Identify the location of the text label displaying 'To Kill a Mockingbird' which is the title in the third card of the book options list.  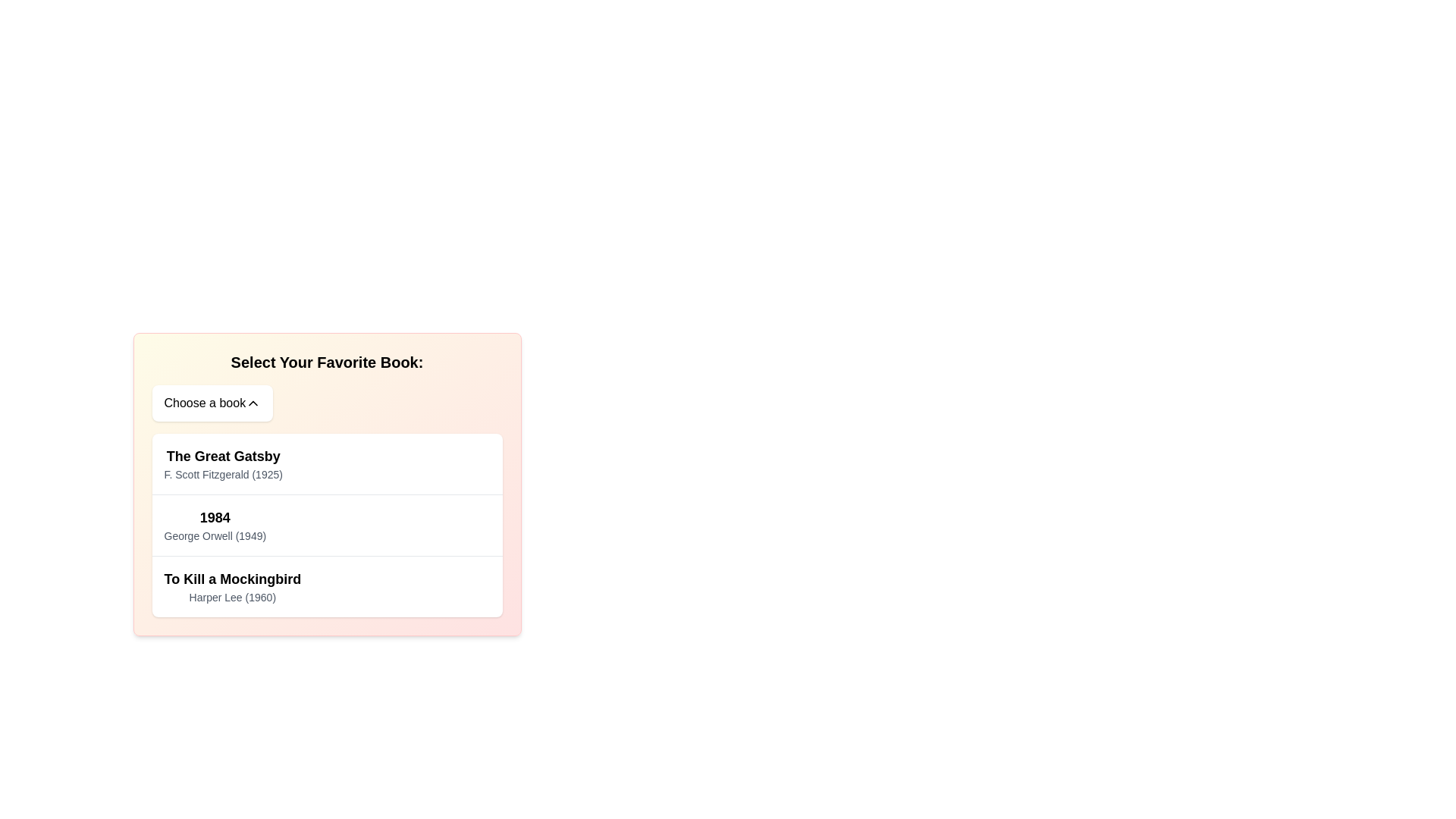
(231, 579).